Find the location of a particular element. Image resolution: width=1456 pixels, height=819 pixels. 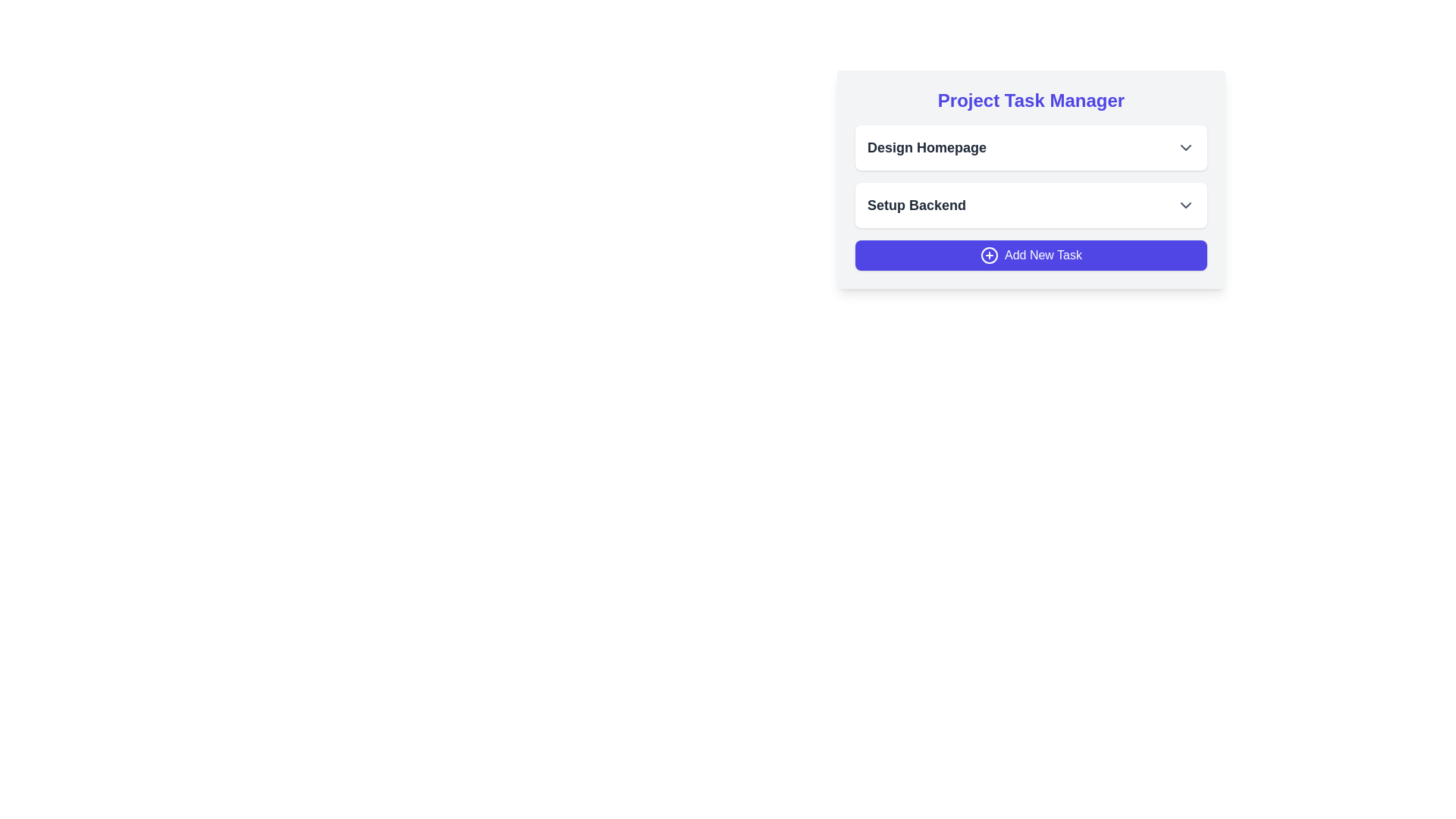

the circular part of the SVG icon inside the 'Add New Task' button located at the bottom right of the task list panel is located at coordinates (990, 254).